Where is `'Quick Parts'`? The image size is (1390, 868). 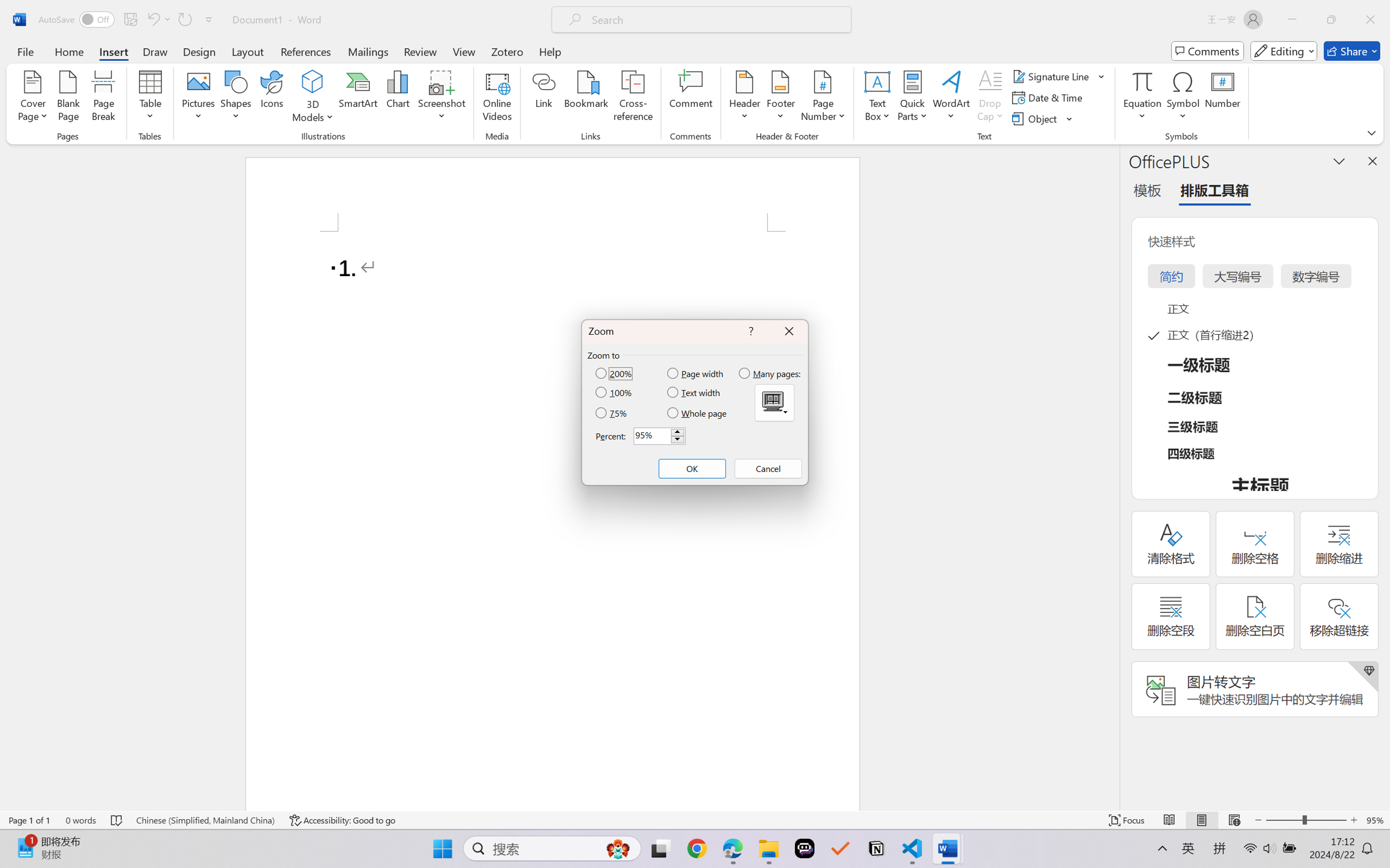
'Quick Parts' is located at coordinates (913, 98).